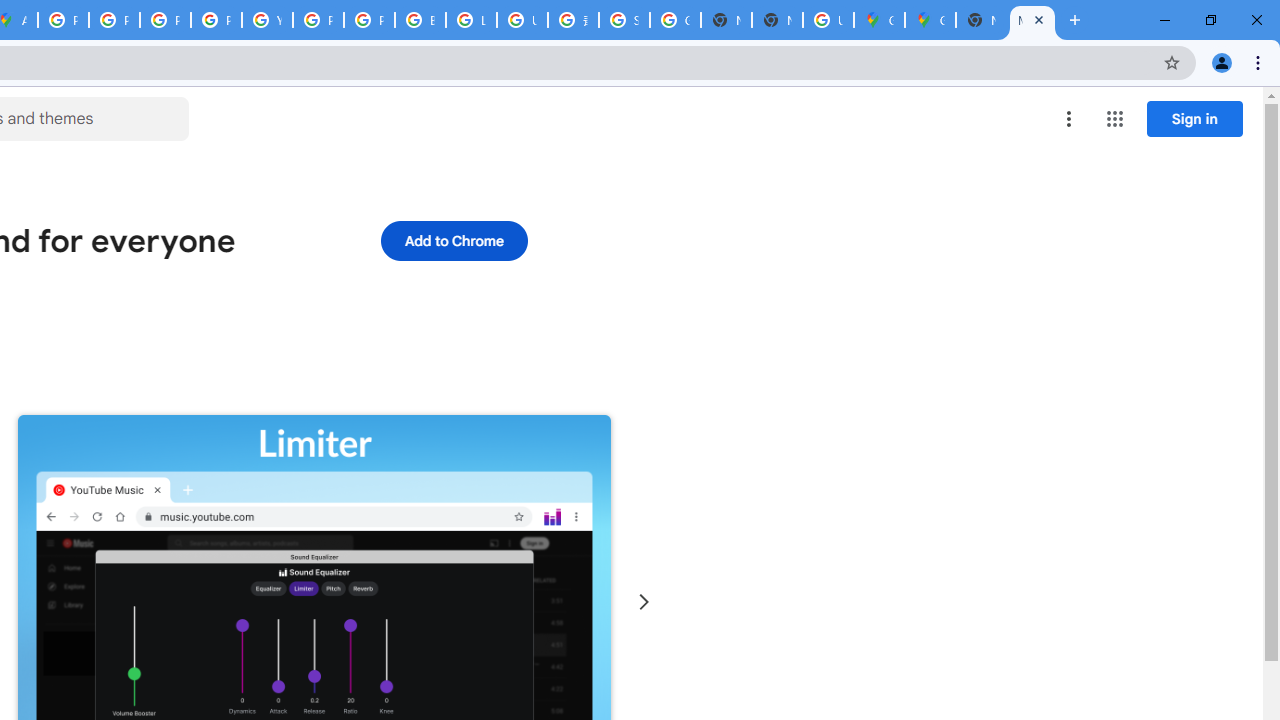 The image size is (1280, 720). I want to click on 'Restore', so click(1209, 20).